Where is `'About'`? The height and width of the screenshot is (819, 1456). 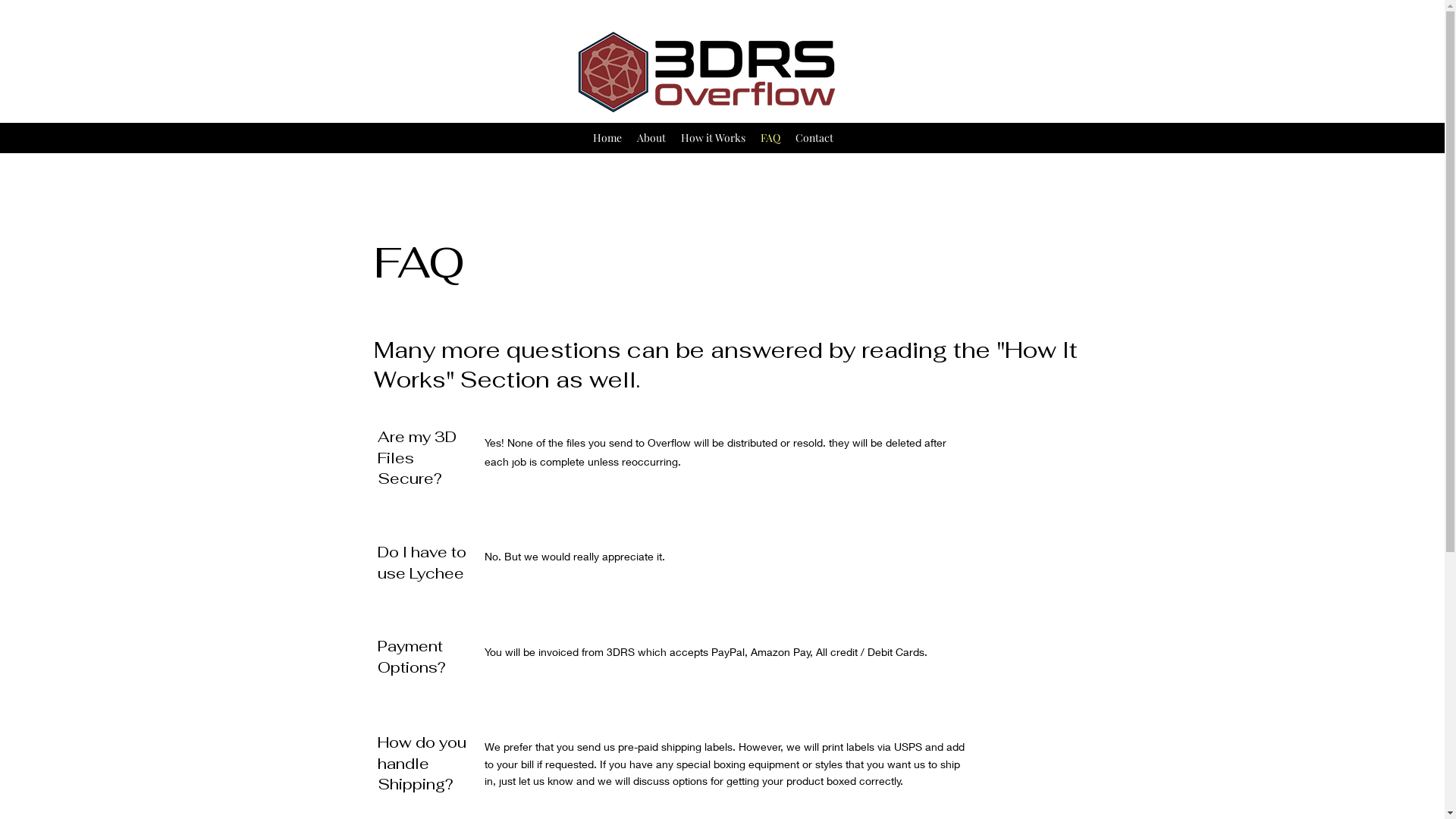
'About' is located at coordinates (651, 137).